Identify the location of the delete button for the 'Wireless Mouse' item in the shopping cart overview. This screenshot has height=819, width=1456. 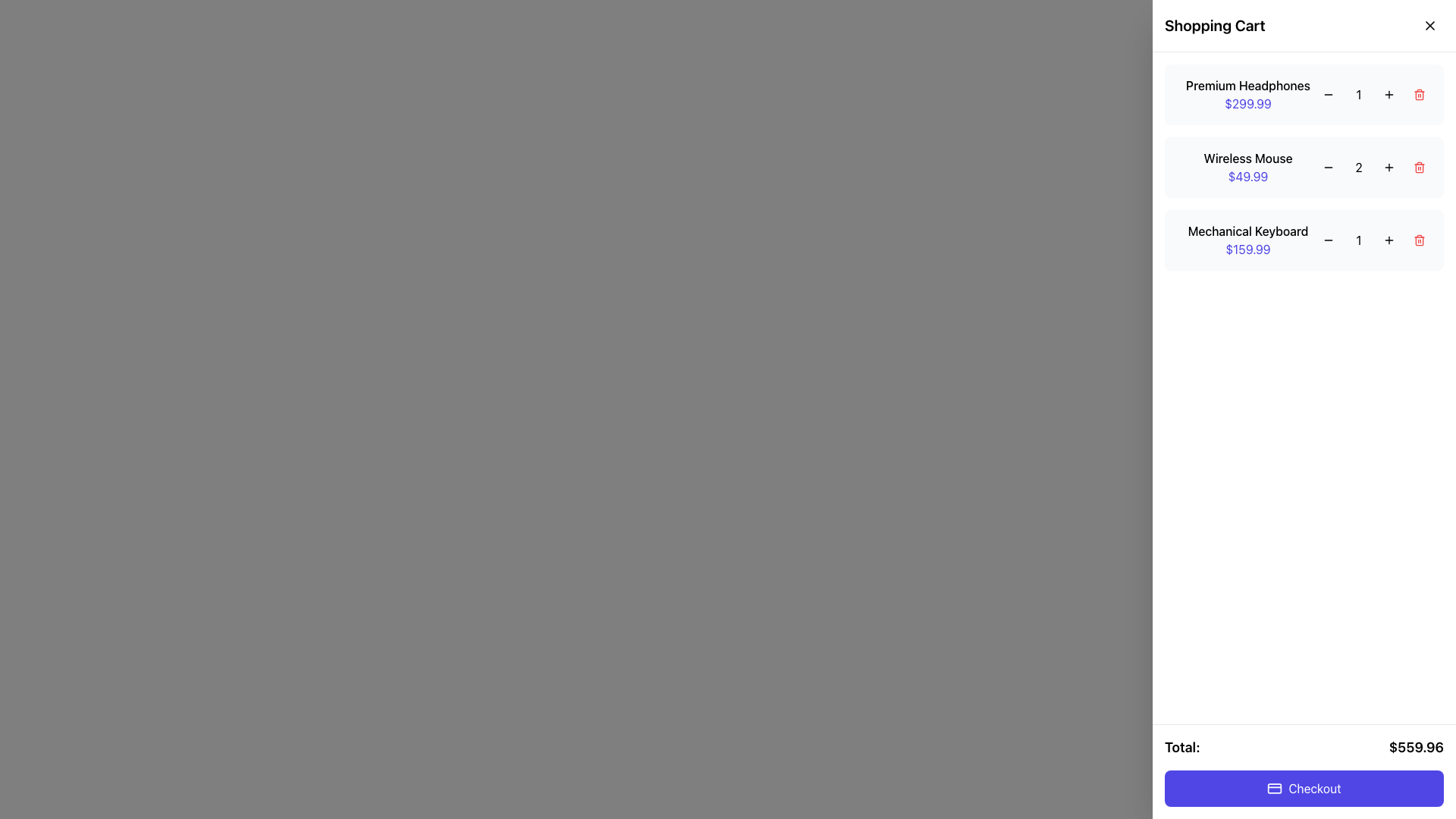
(1419, 167).